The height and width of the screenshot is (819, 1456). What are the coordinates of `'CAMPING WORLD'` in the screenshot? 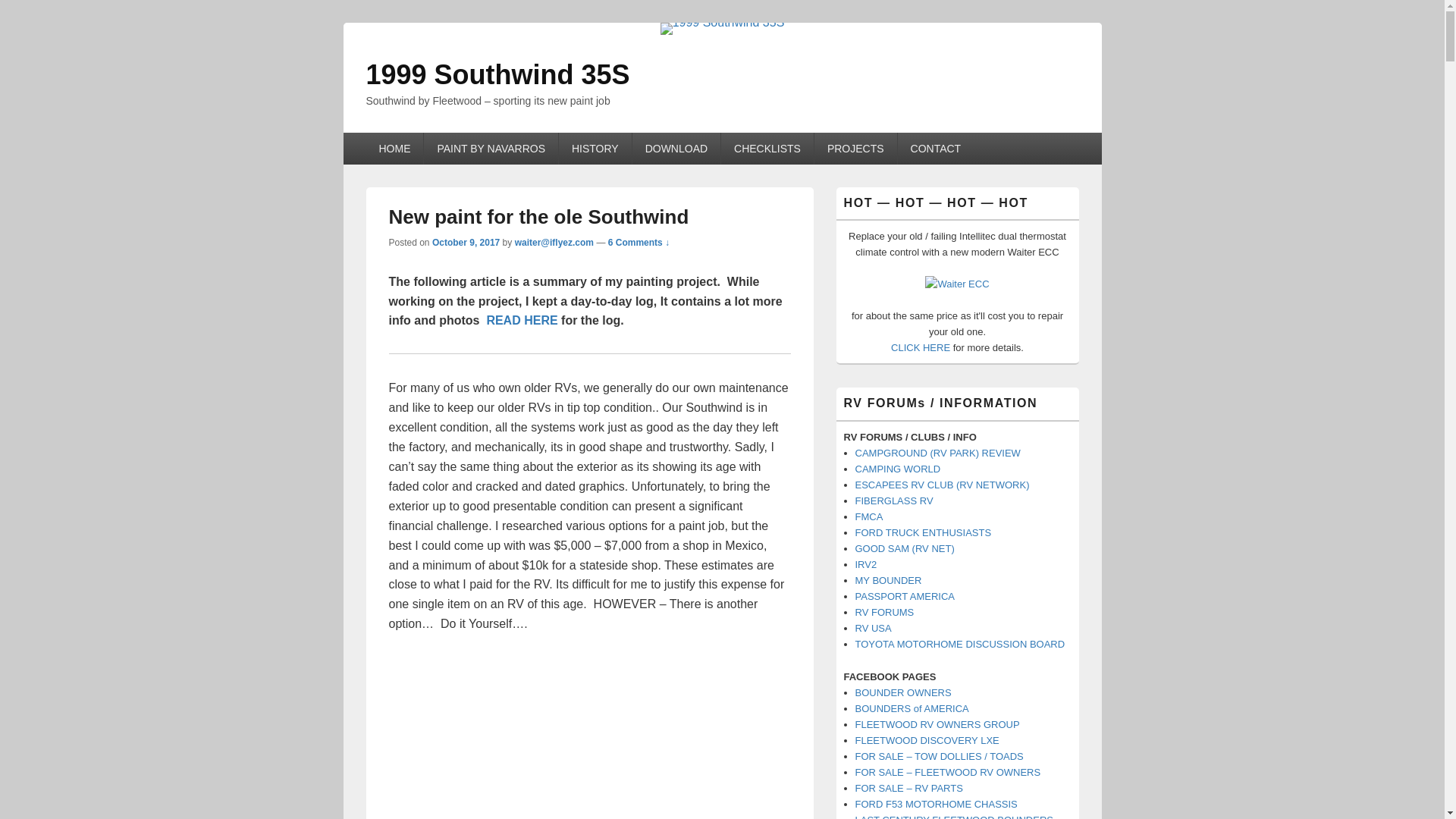 It's located at (898, 468).